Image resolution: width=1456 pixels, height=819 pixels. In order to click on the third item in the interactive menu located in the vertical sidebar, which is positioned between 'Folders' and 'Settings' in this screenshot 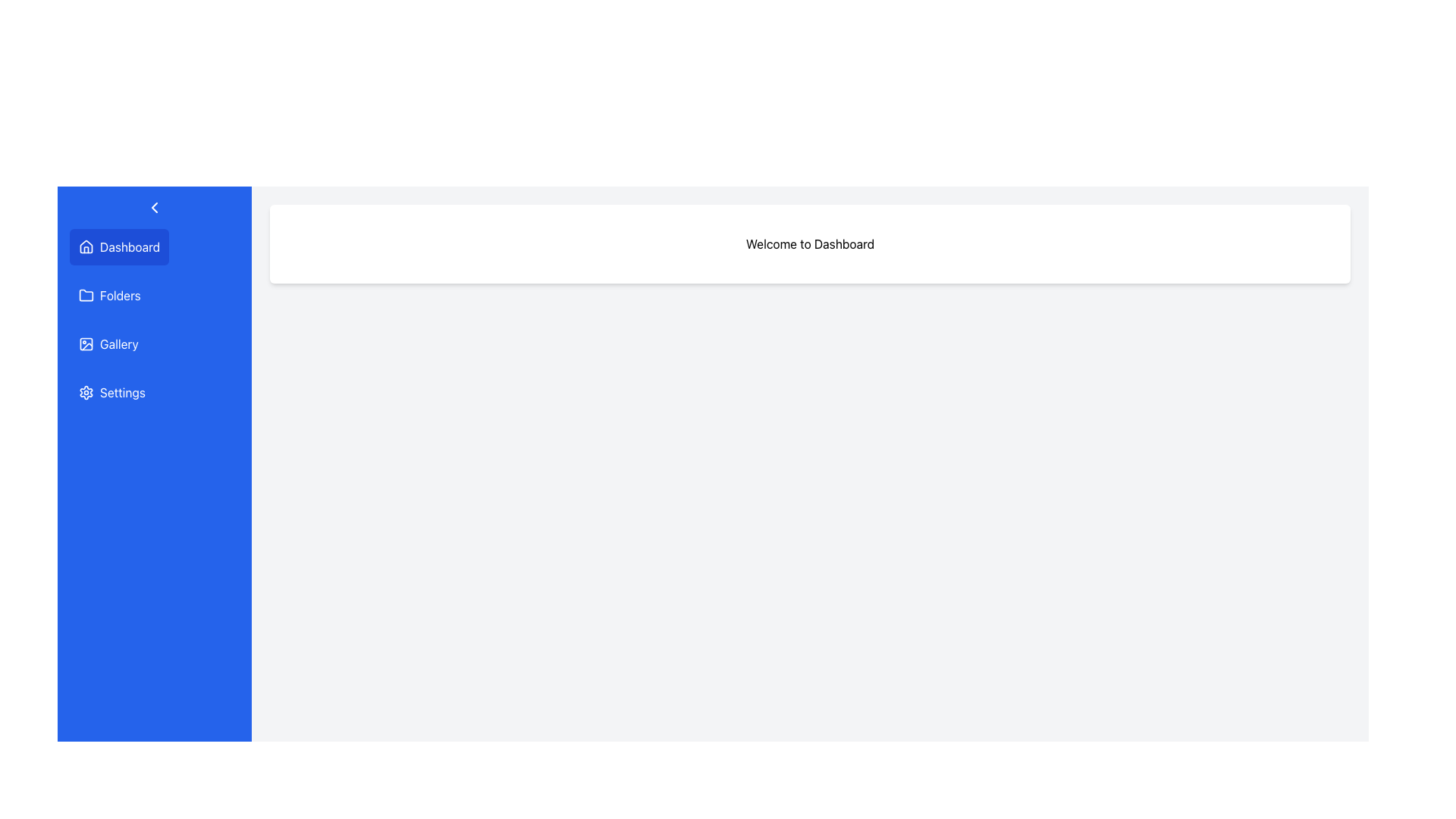, I will do `click(154, 318)`.